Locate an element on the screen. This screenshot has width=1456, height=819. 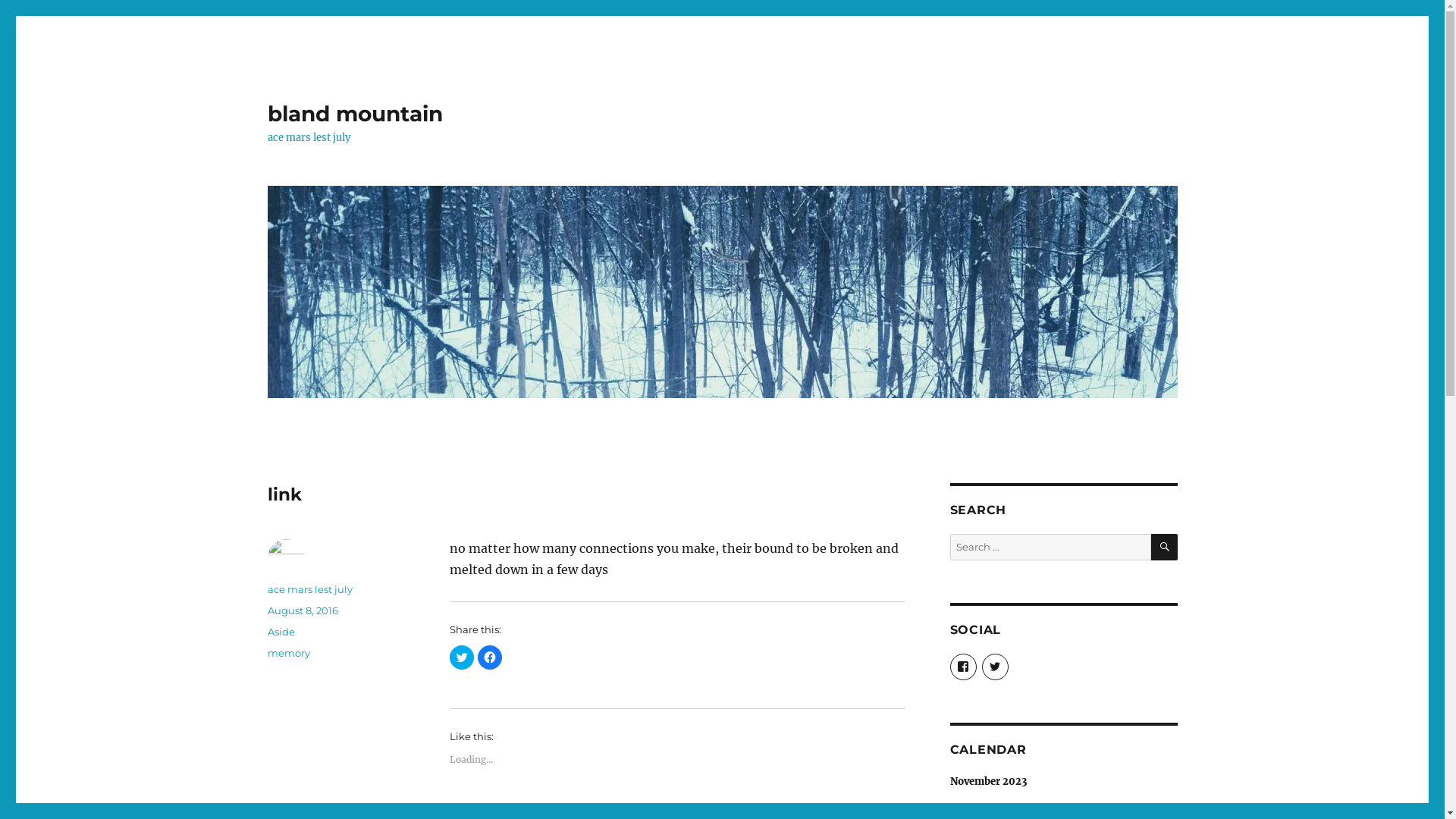
'Click to share on Twitter (Opens in new window)' is located at coordinates (447, 657).